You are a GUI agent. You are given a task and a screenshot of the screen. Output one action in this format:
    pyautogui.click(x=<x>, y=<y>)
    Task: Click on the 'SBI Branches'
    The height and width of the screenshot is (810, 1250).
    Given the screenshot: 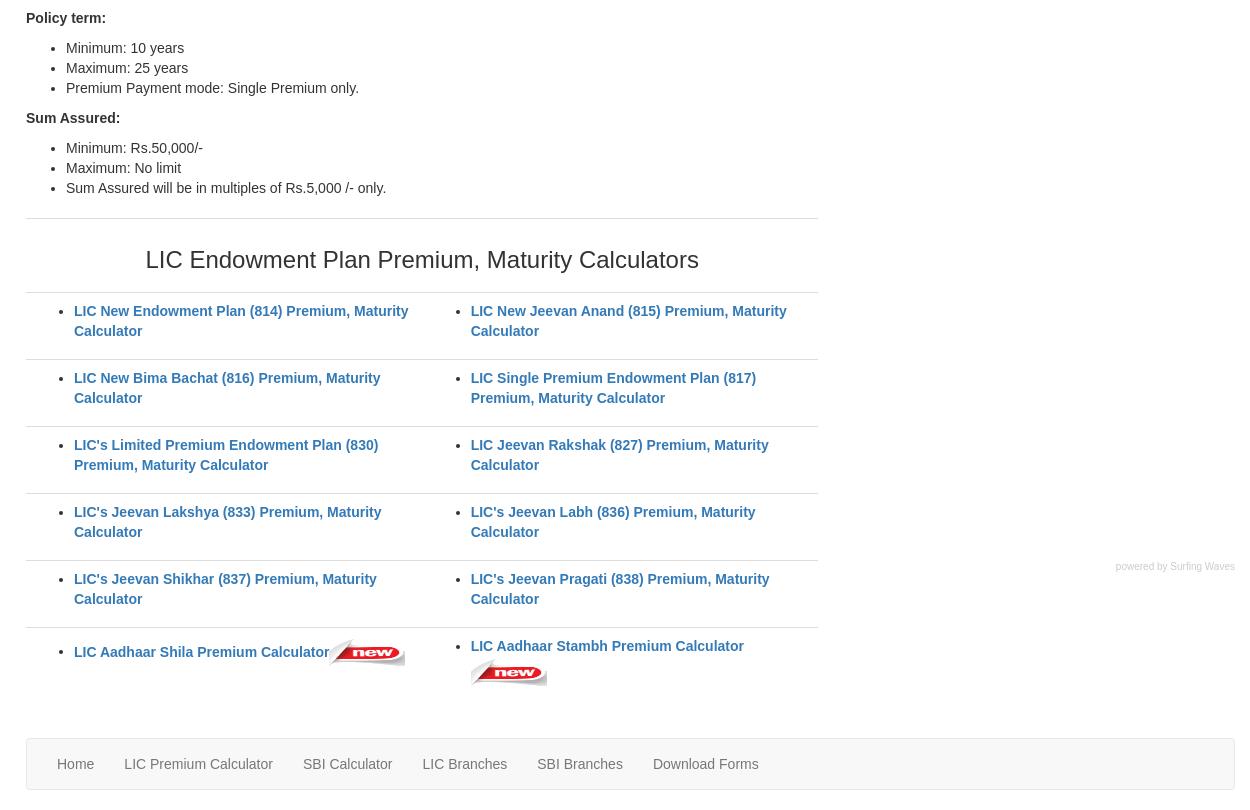 What is the action you would take?
    pyautogui.click(x=578, y=762)
    